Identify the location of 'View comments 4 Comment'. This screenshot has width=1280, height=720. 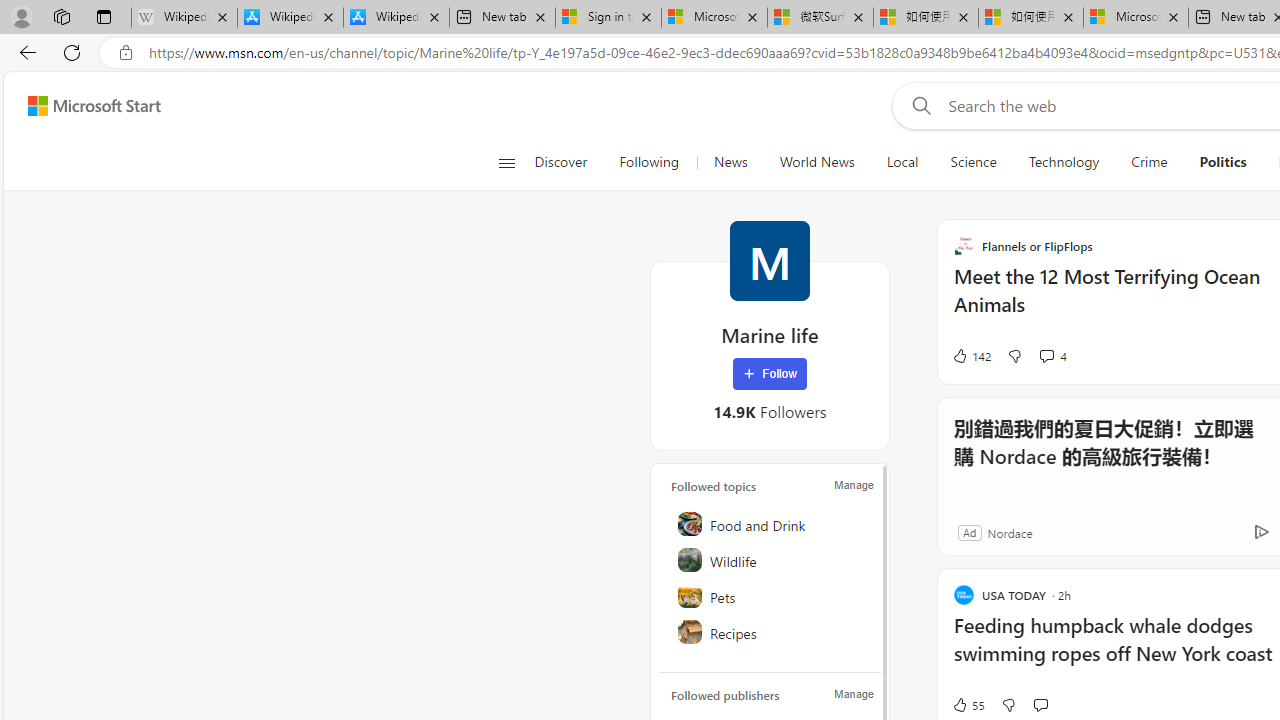
(1051, 355).